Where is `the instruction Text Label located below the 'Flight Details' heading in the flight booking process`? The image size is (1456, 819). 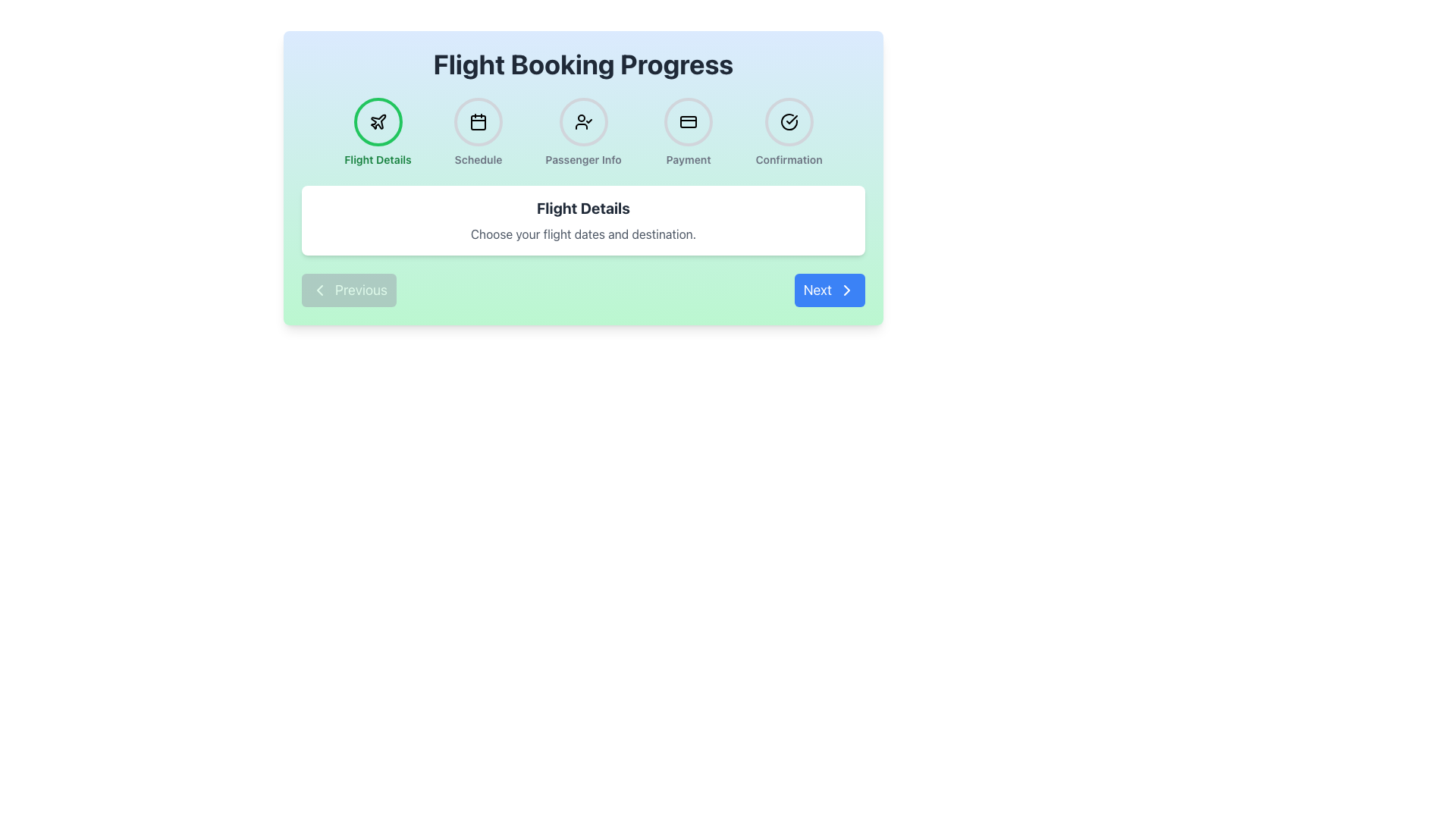 the instruction Text Label located below the 'Flight Details' heading in the flight booking process is located at coordinates (582, 234).